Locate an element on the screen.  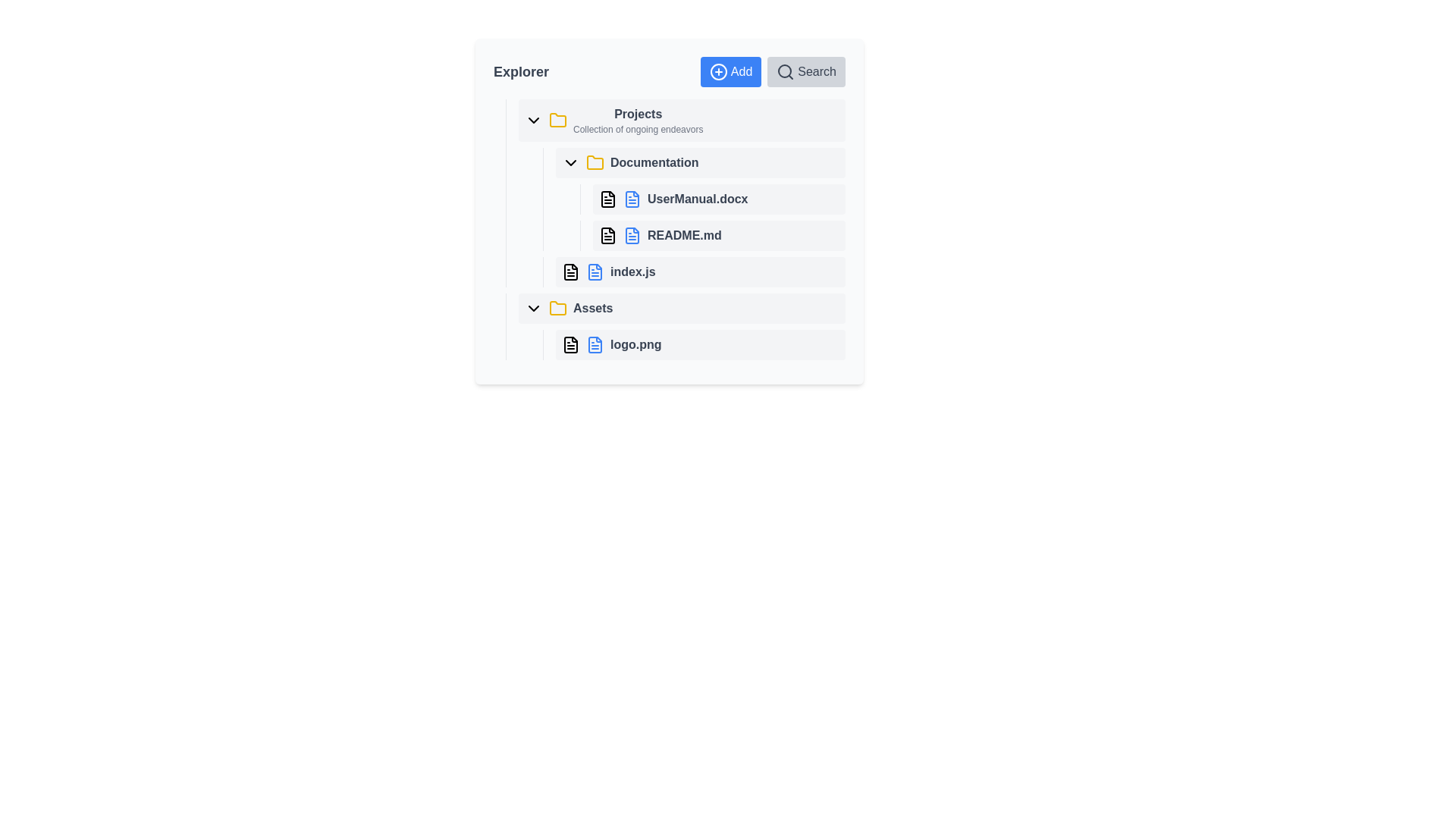
to select the 'README.md' file in the Interactive file list item located under the 'Documentation' folder is located at coordinates (718, 236).